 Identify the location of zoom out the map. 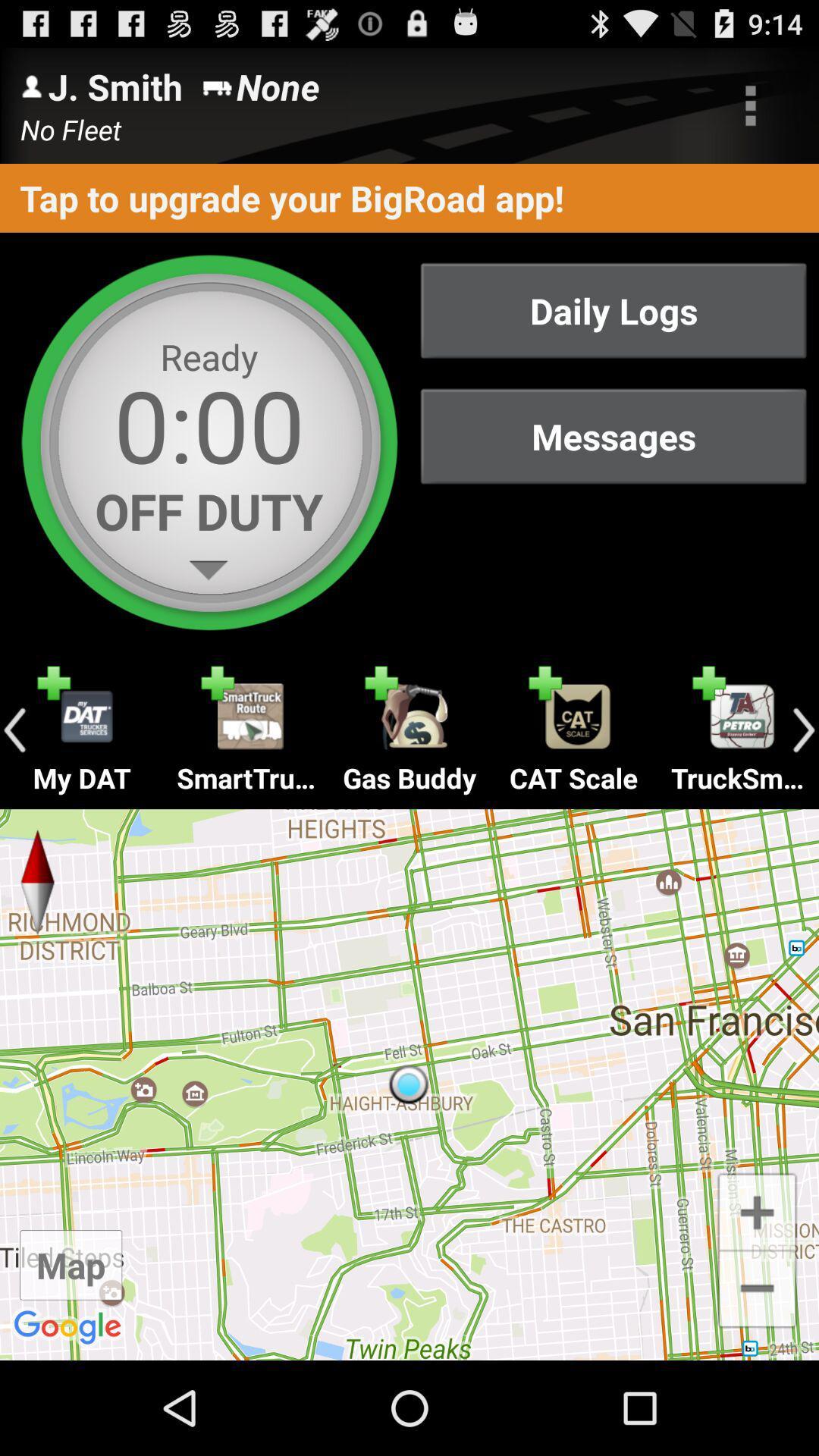
(757, 1289).